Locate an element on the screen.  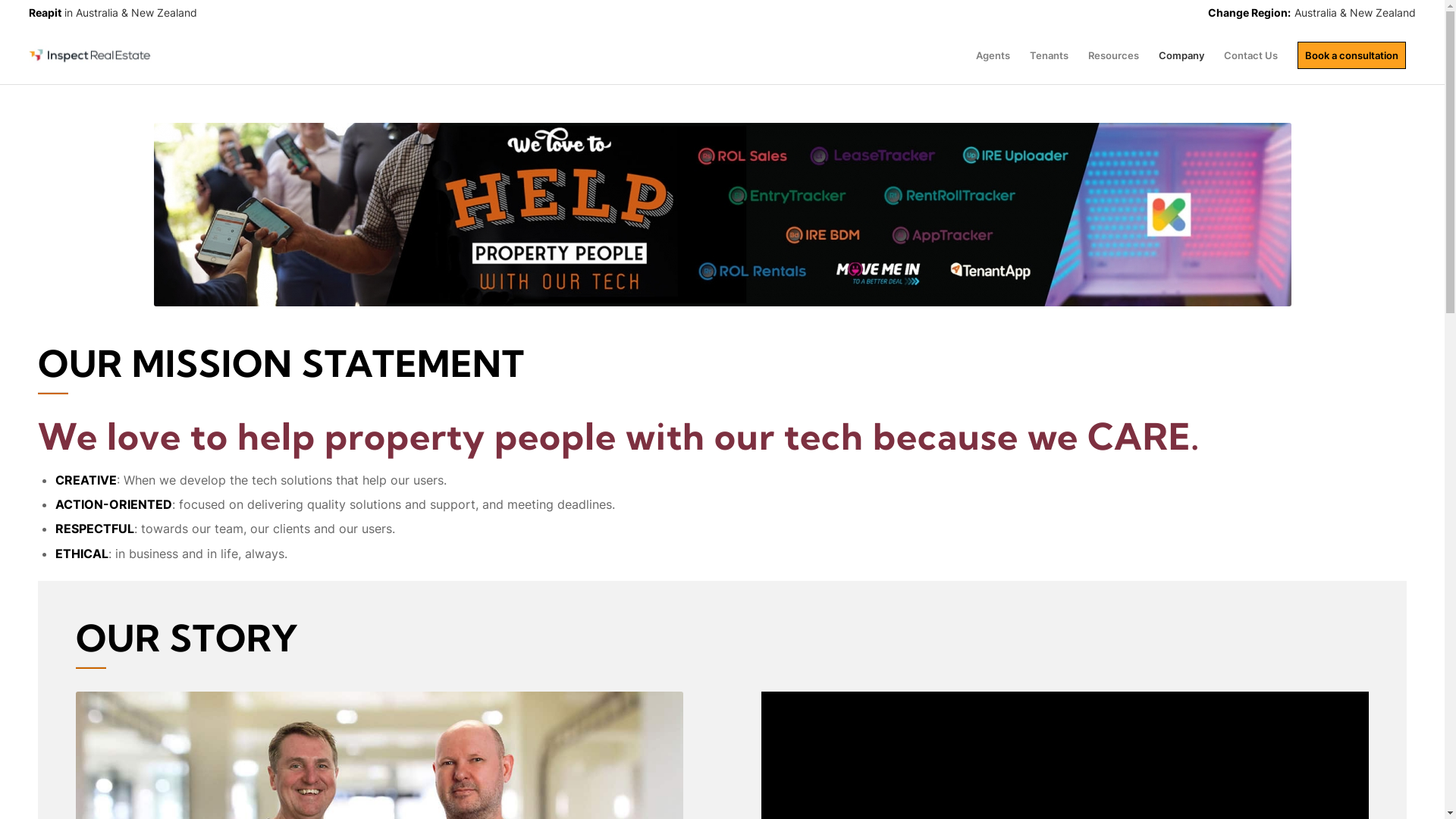
'Book a consultation' is located at coordinates (1351, 55).